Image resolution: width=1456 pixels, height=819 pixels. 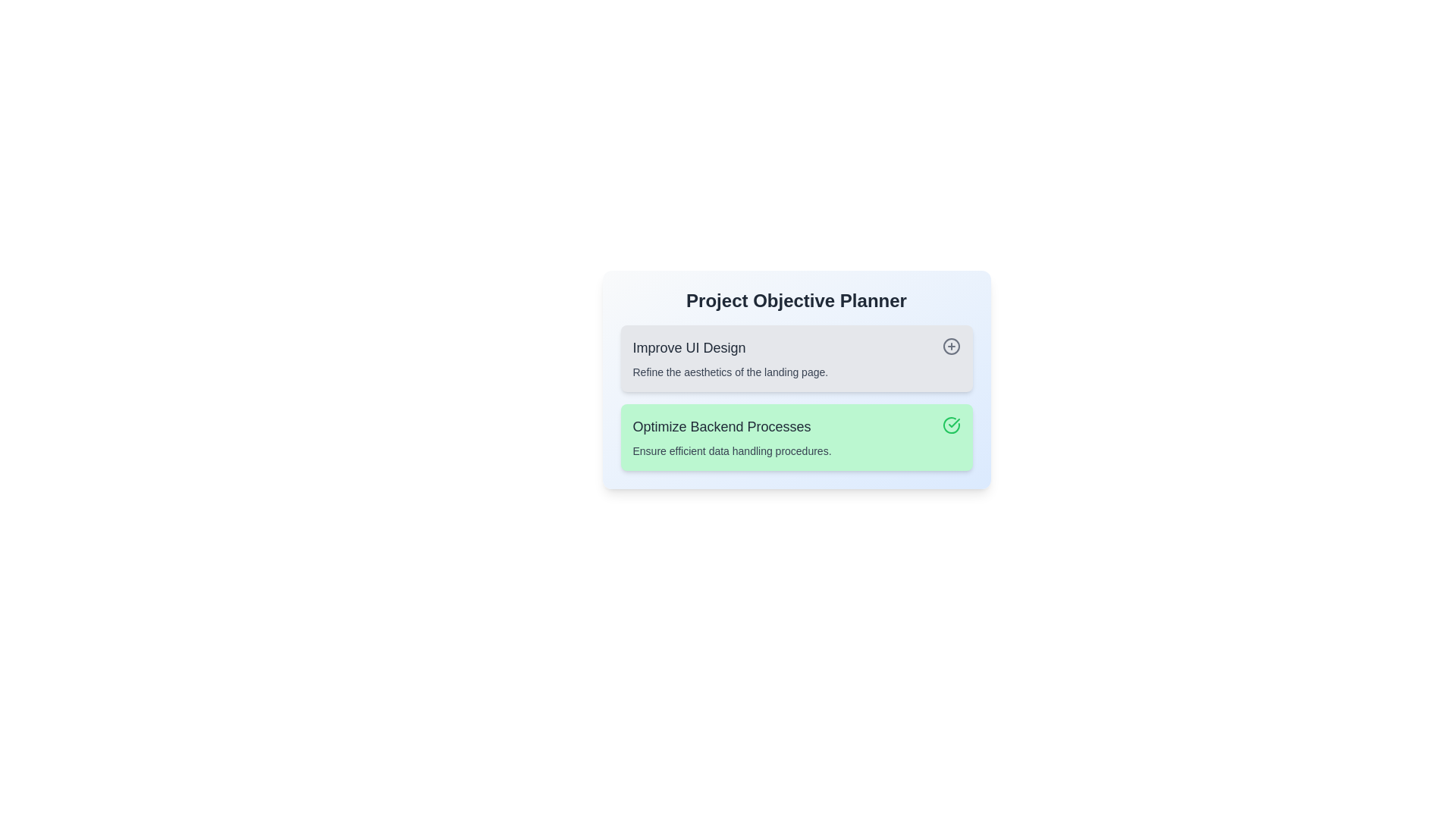 What do you see at coordinates (795, 427) in the screenshot?
I see `the objective item to toggle its completion status. The parameter Optimize Backend Processes specifies the name of the objective to interact with` at bounding box center [795, 427].